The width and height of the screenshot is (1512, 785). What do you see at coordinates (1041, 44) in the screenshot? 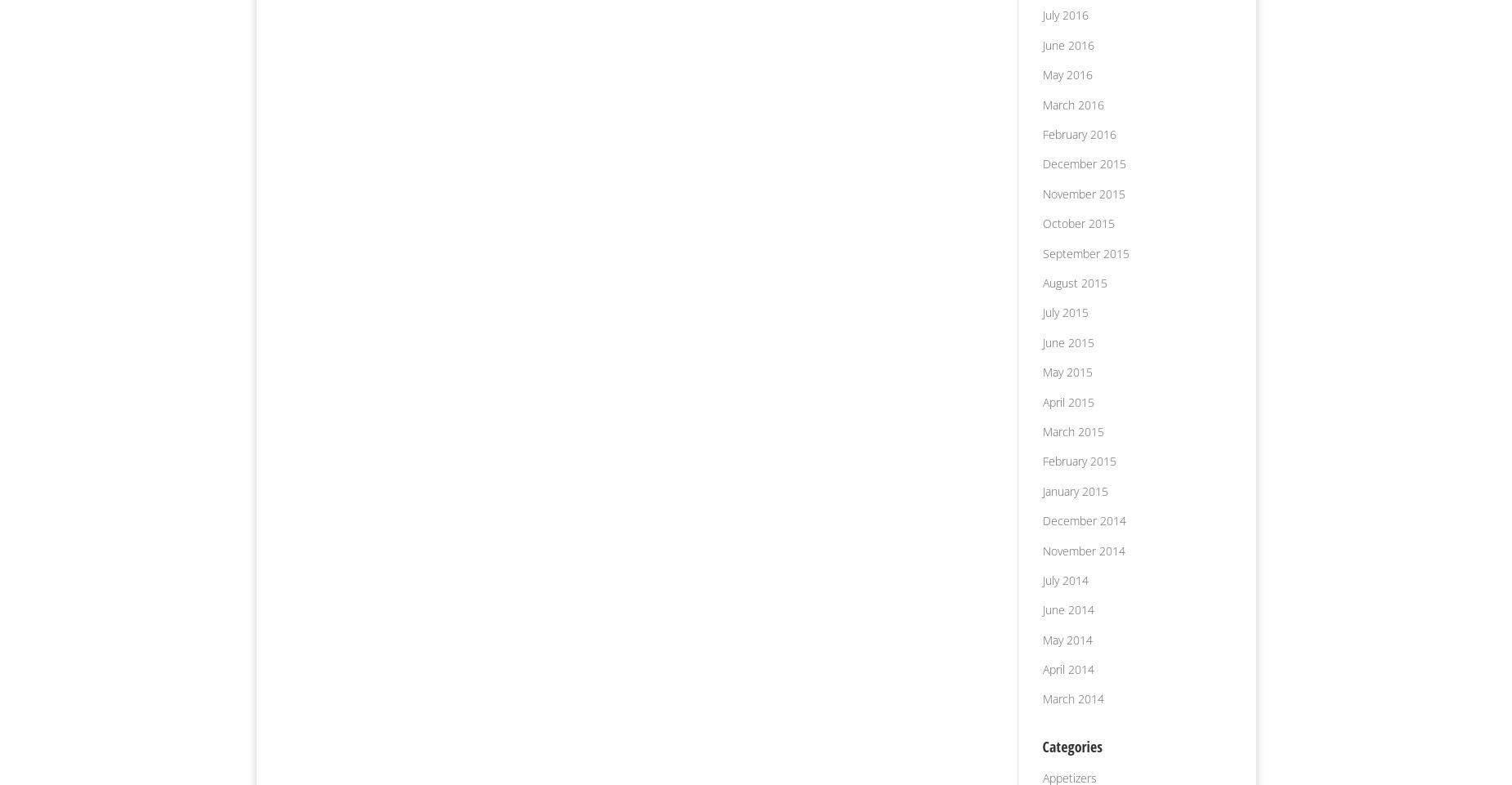
I see `'June 2016'` at bounding box center [1041, 44].